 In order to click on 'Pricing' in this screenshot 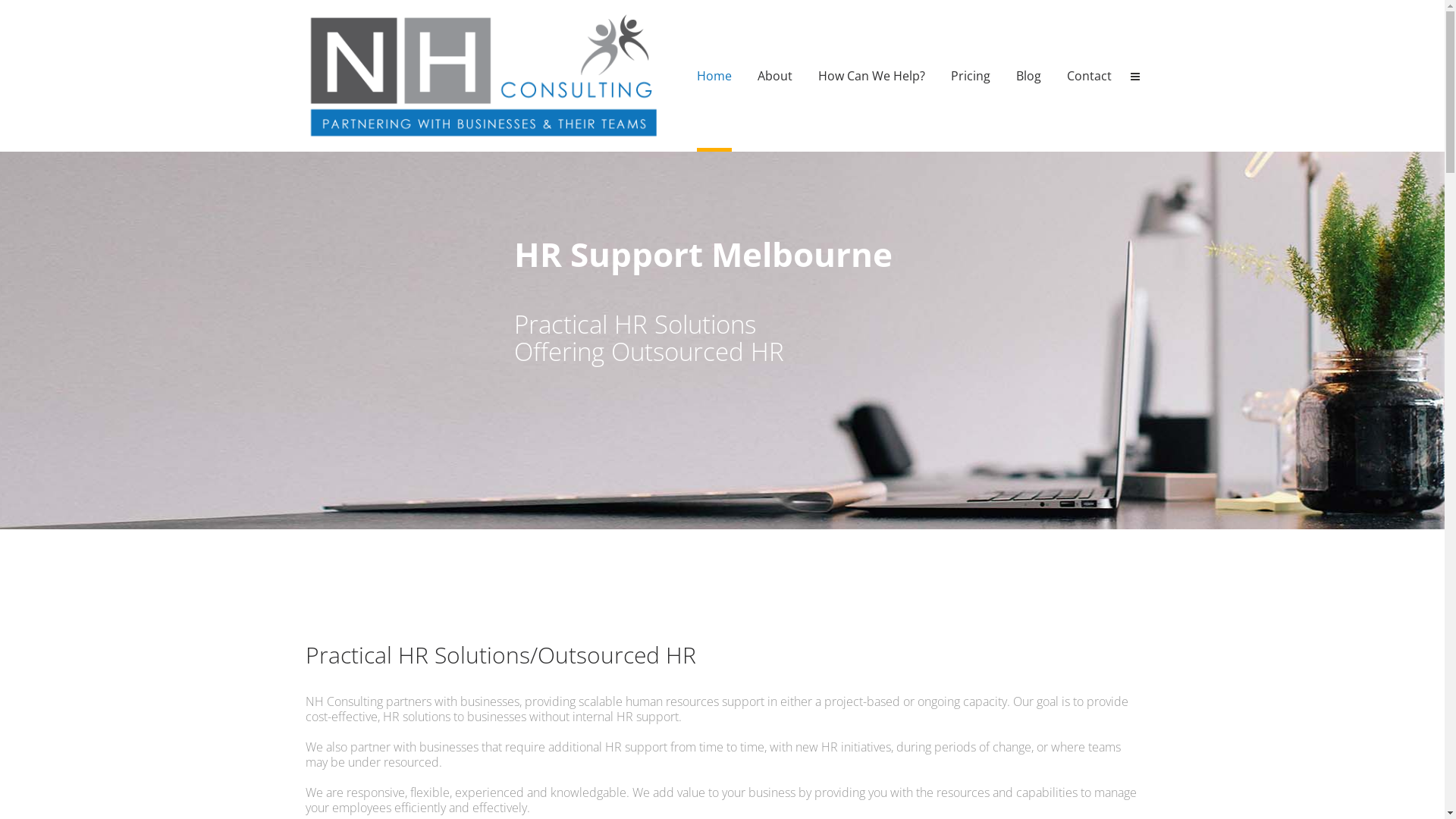, I will do `click(971, 76)`.